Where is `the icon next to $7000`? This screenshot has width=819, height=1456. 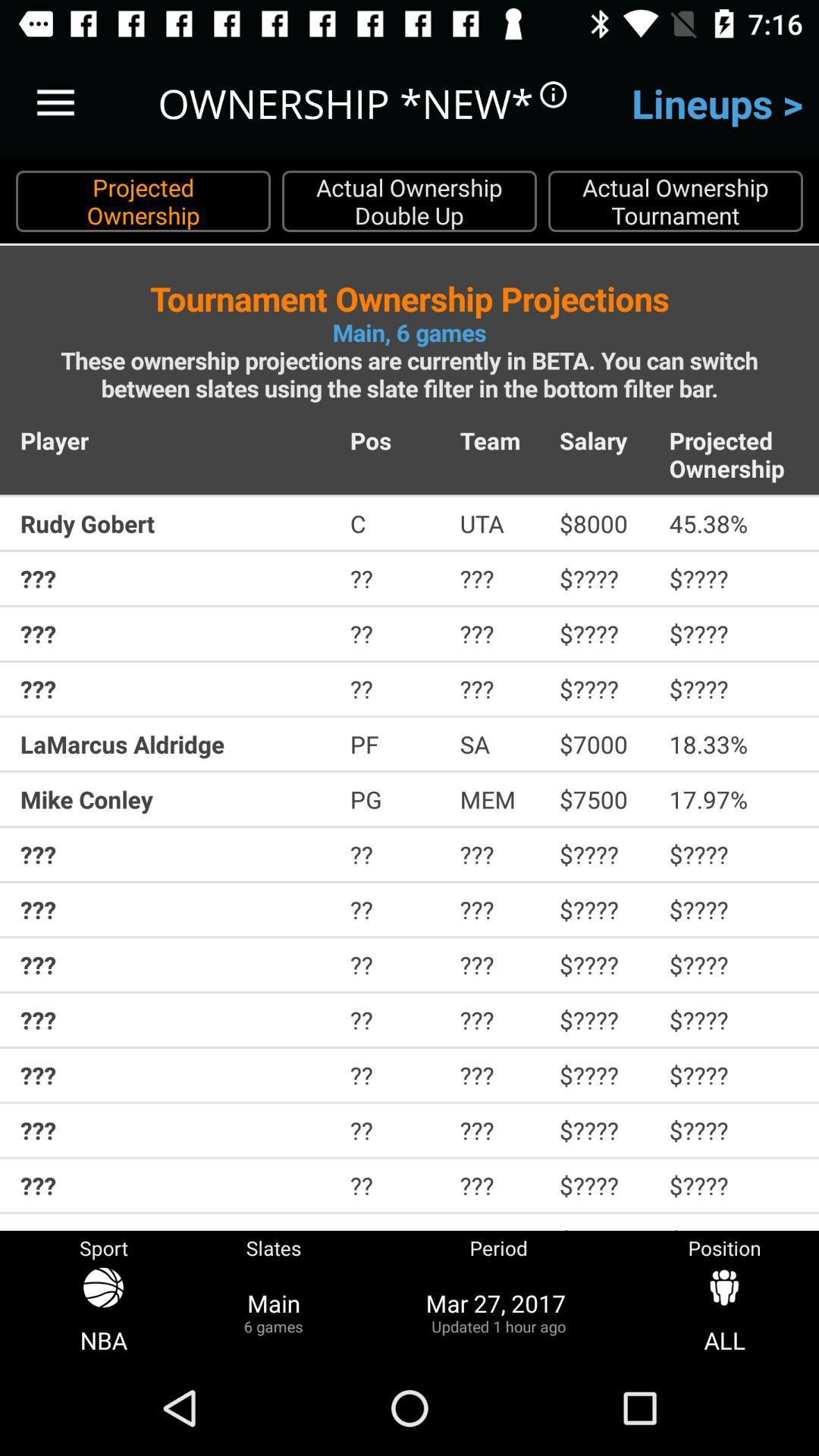 the icon next to $7000 is located at coordinates (733, 744).